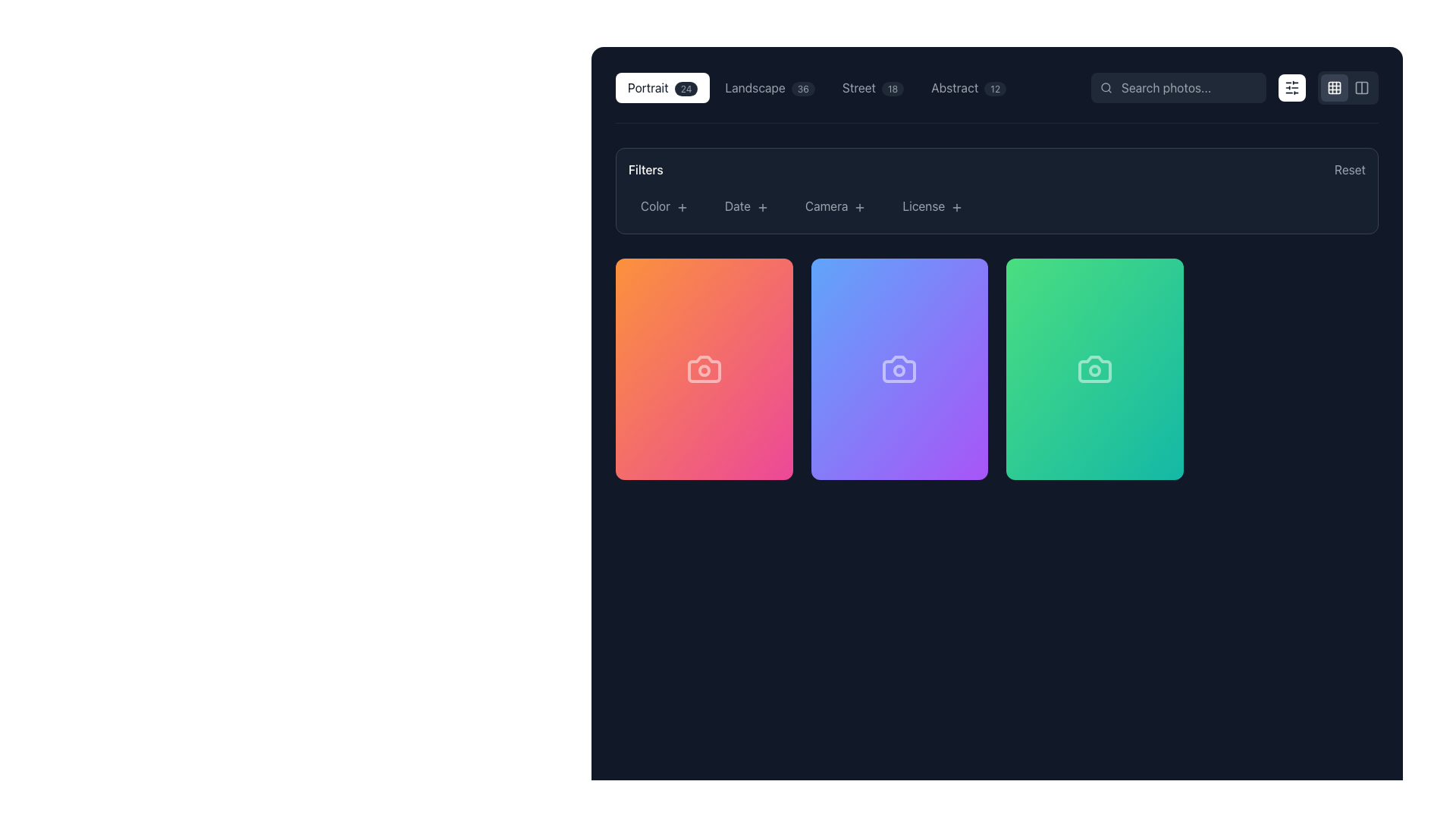 The image size is (1456, 819). I want to click on the small, rounded rectangle icon in the top-left corner of the 3x3 grid layout located in the upper-right corner of the application interface, so click(1335, 87).